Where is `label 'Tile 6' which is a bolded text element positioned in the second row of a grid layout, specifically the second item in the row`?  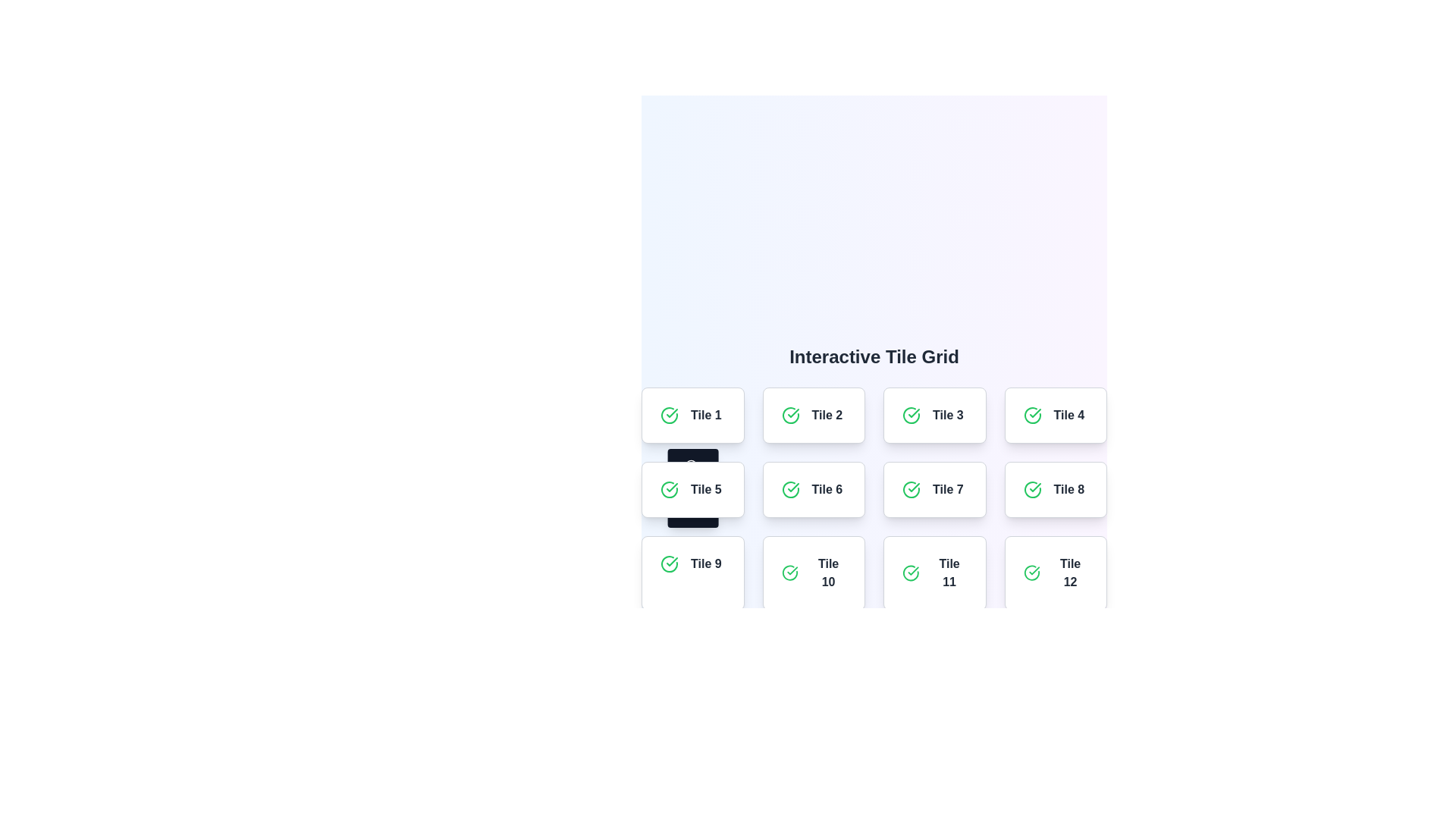 label 'Tile 6' which is a bolded text element positioned in the second row of a grid layout, specifically the second item in the row is located at coordinates (826, 489).